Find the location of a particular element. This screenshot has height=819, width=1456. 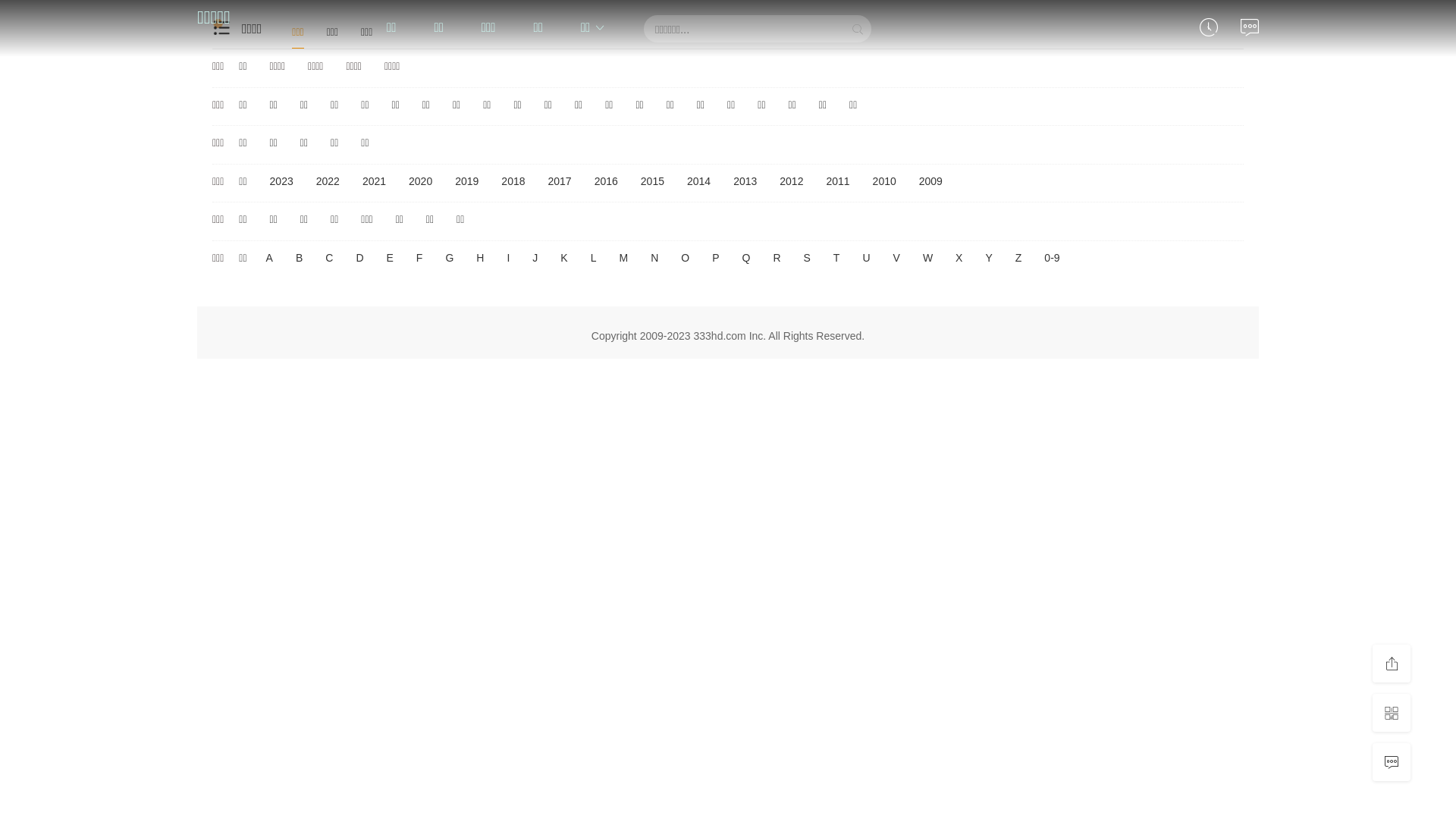

'B' is located at coordinates (299, 257).